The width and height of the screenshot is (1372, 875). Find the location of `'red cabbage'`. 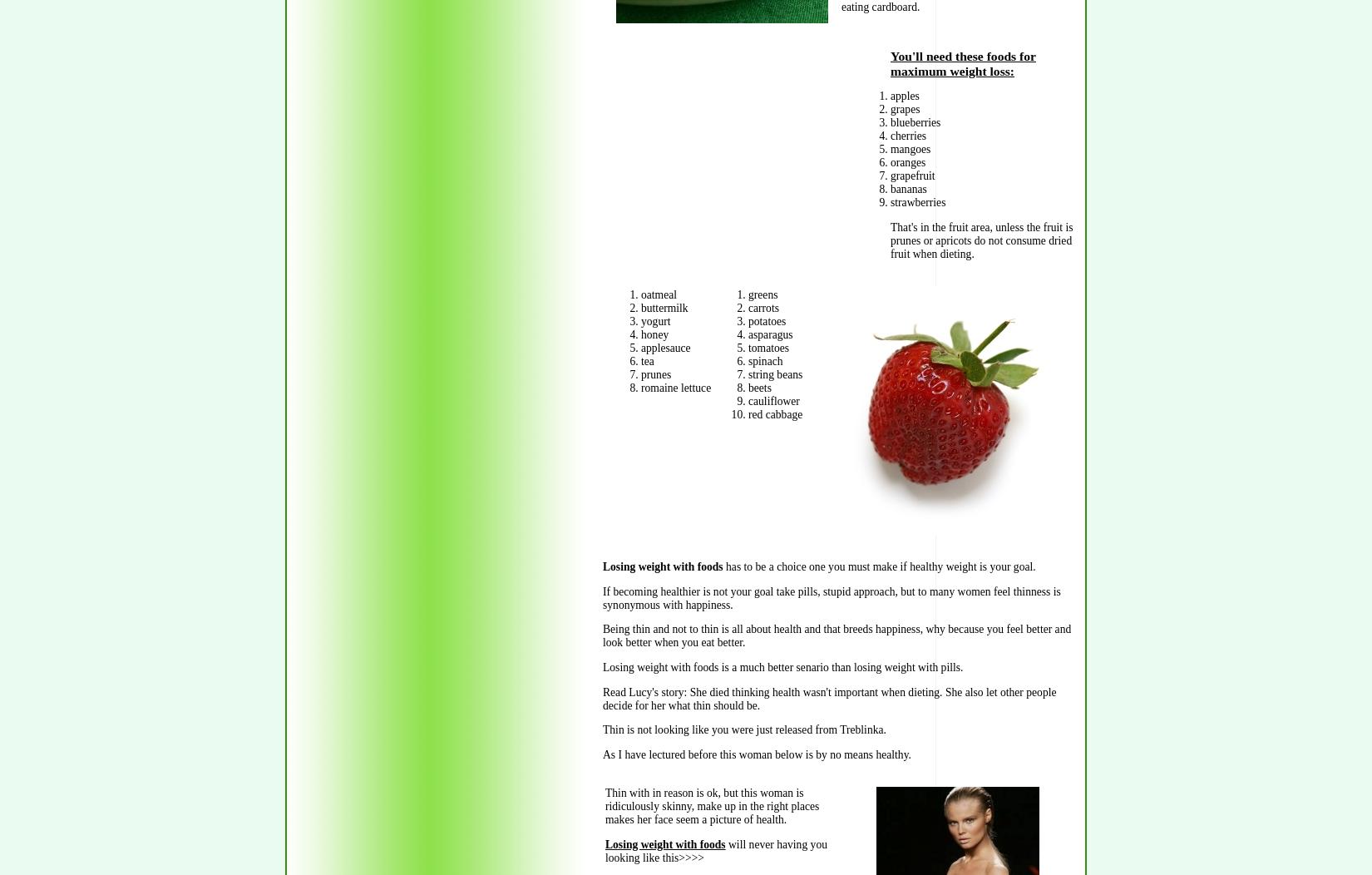

'red cabbage' is located at coordinates (775, 413).